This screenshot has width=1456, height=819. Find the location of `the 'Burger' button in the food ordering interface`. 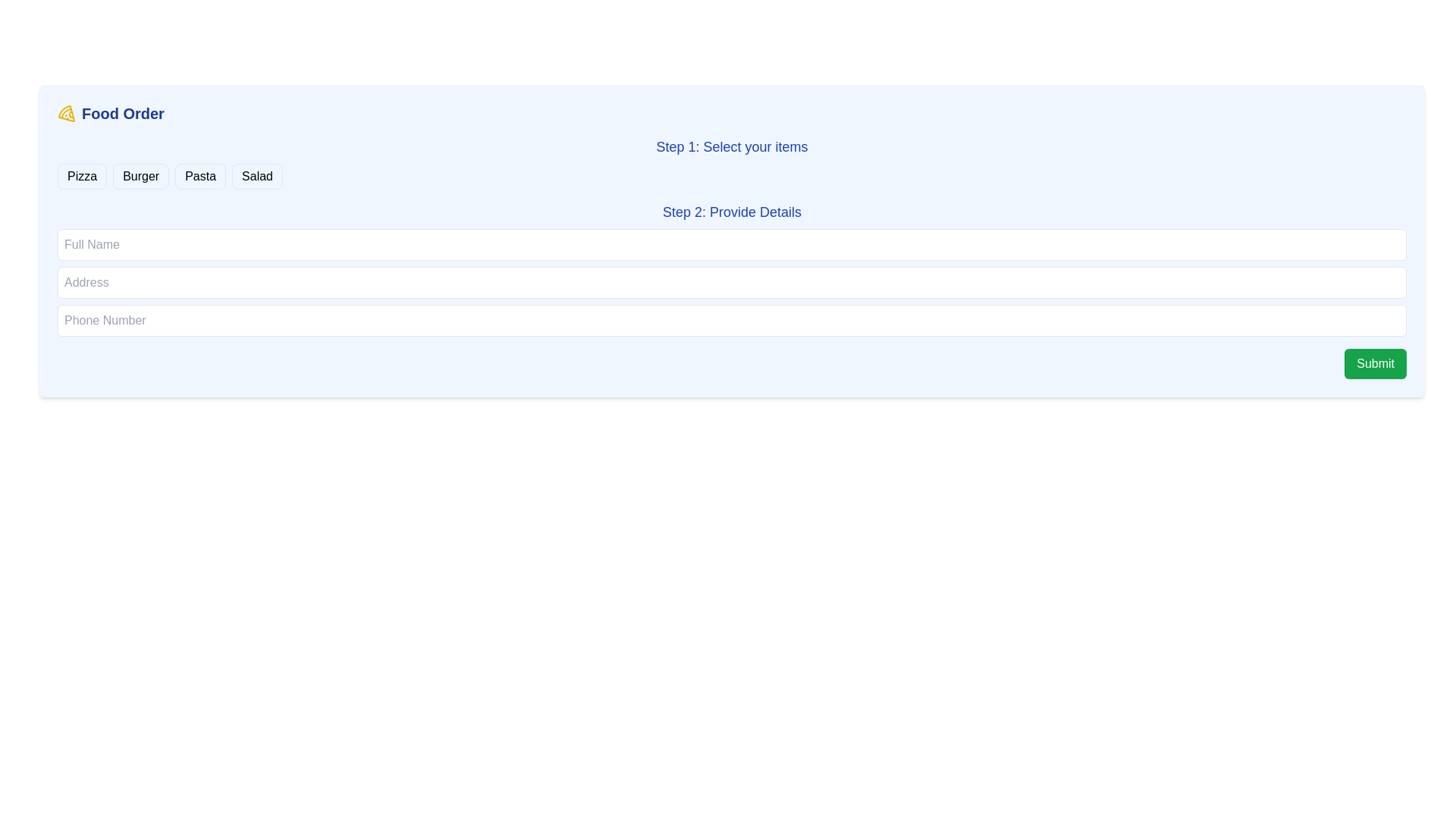

the 'Burger' button in the food ordering interface is located at coordinates (141, 175).